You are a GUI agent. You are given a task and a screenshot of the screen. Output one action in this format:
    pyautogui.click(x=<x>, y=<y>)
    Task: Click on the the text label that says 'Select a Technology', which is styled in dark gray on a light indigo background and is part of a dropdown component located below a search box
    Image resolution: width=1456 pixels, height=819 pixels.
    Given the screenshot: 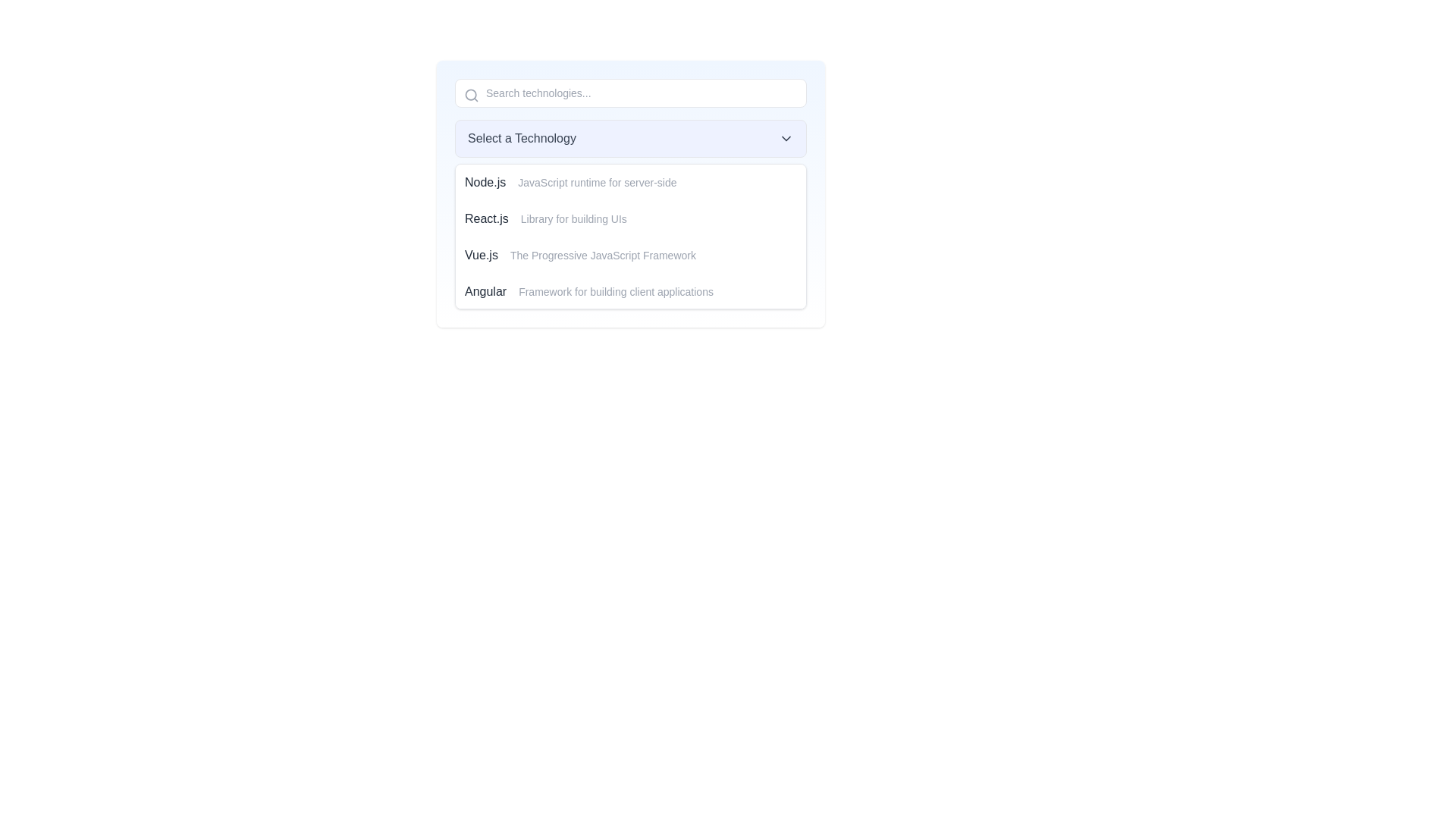 What is the action you would take?
    pyautogui.click(x=522, y=138)
    